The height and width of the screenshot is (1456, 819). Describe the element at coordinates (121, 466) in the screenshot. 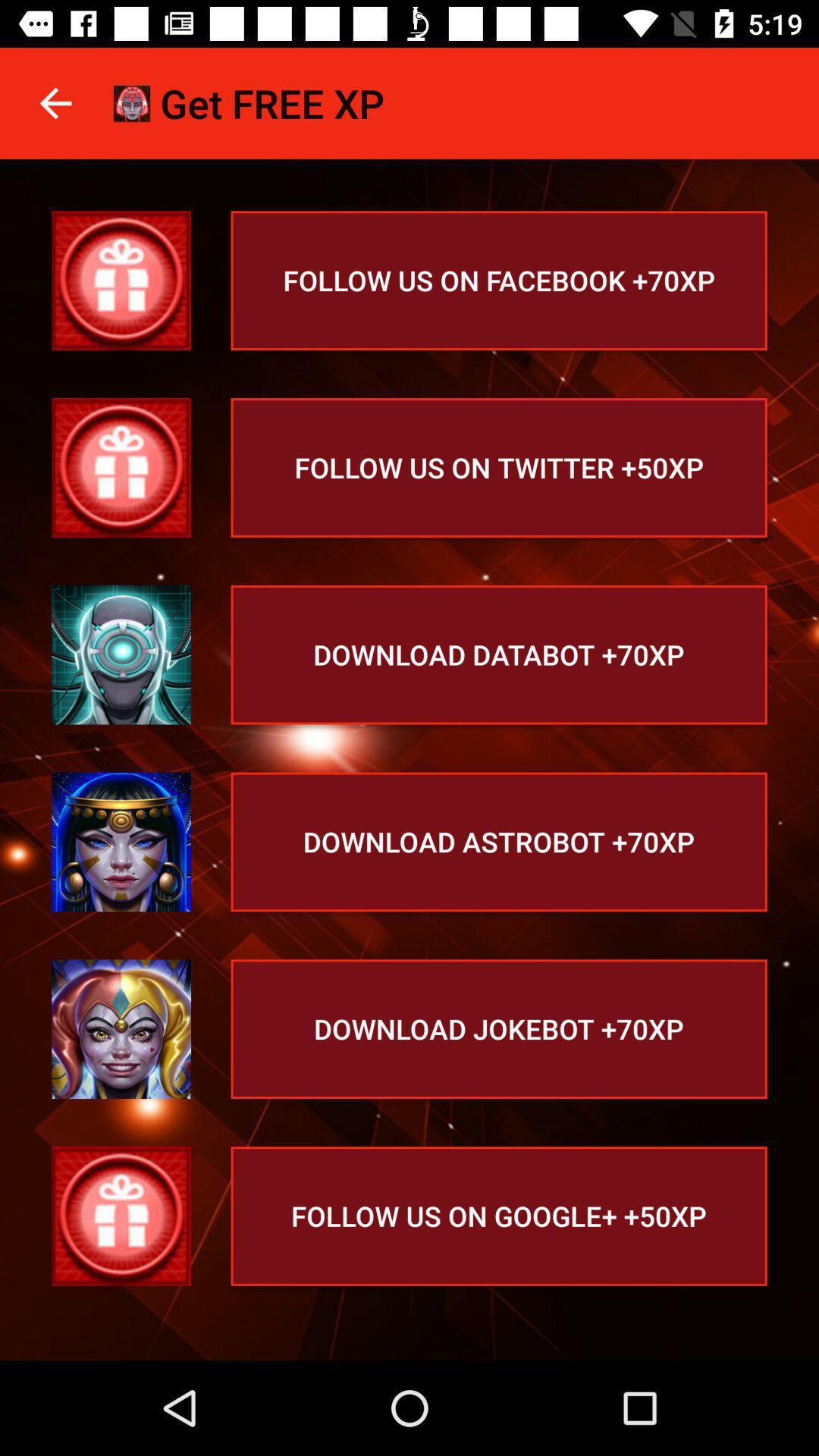

I see `the gift icon` at that location.